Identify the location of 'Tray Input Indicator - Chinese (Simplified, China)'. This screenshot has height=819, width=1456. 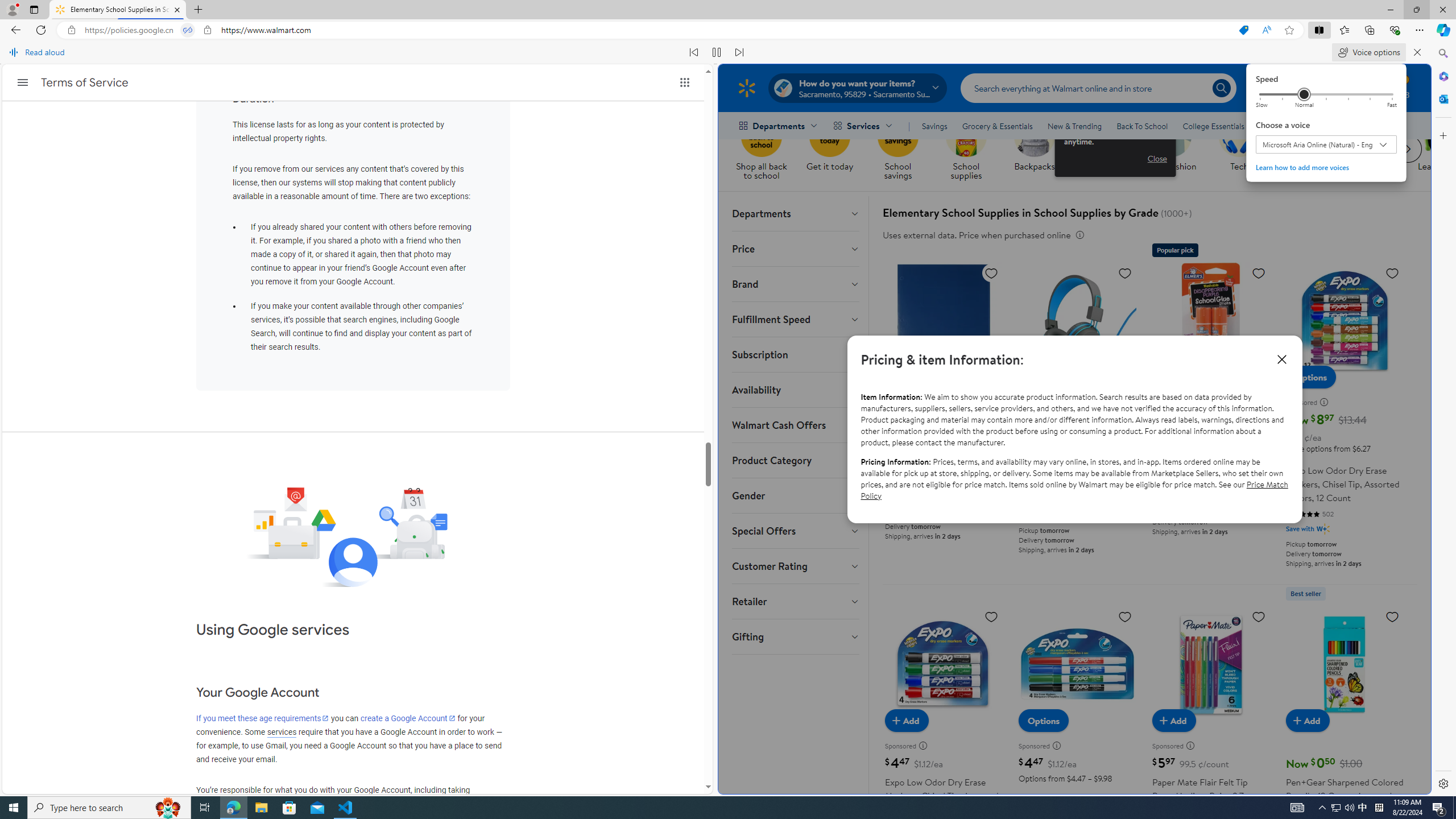
(1379, 806).